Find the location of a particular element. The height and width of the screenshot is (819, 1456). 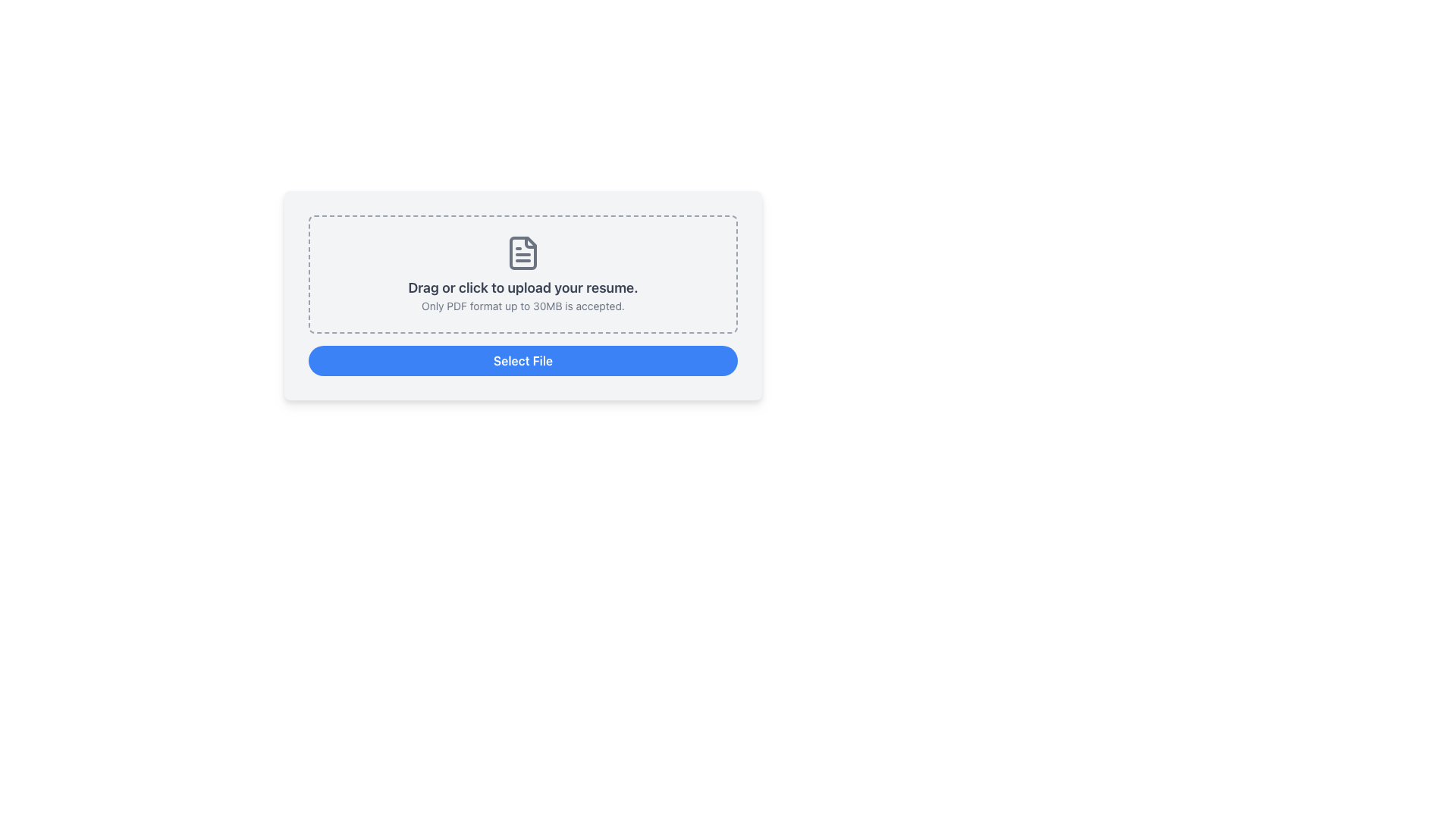

the document upload icon located near the top center of the dashed rectangular bordered area, above the text 'Drag or click to upload your resume.' is located at coordinates (523, 253).